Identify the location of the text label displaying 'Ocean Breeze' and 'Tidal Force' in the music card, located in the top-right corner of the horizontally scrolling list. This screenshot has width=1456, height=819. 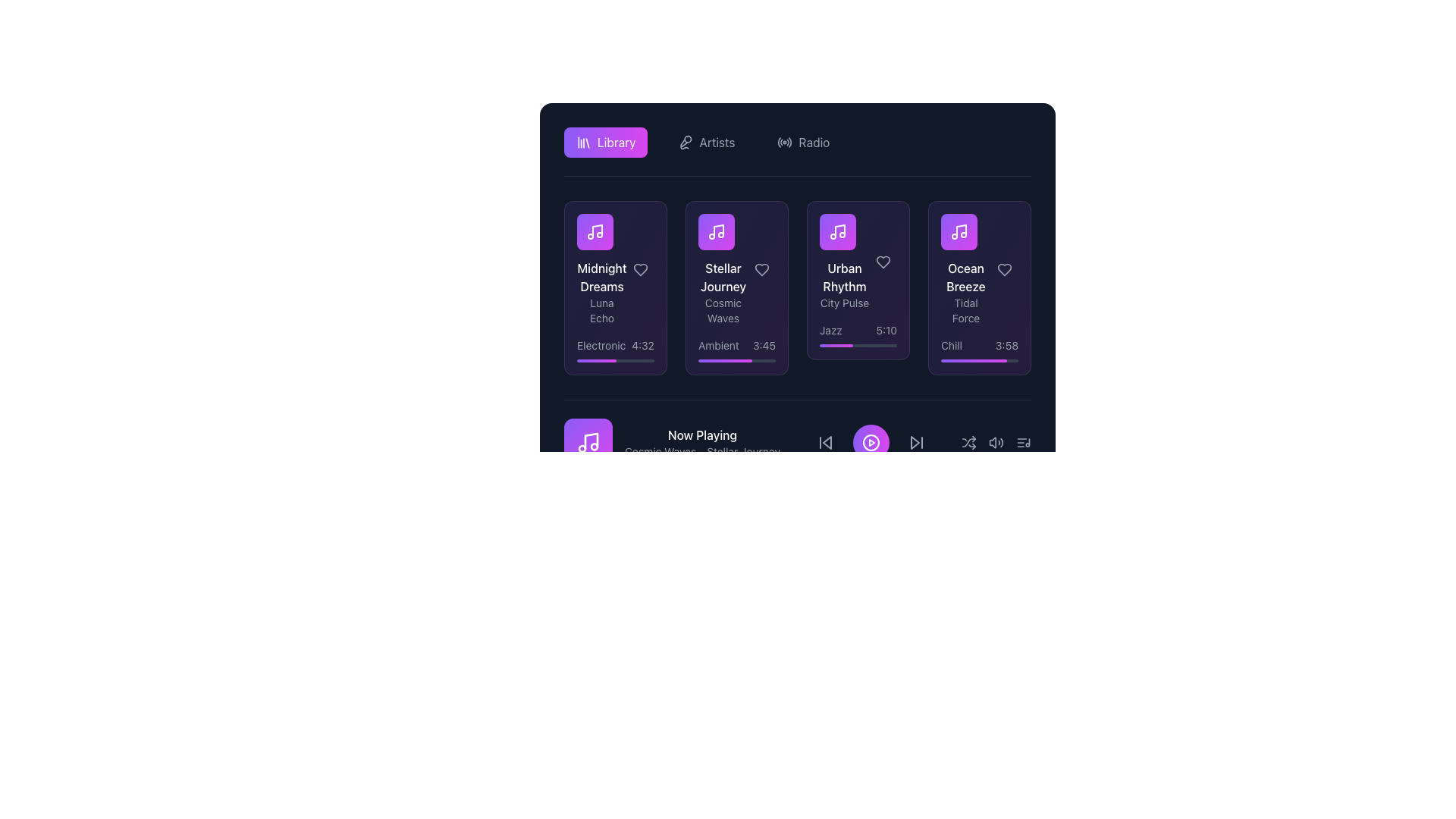
(979, 268).